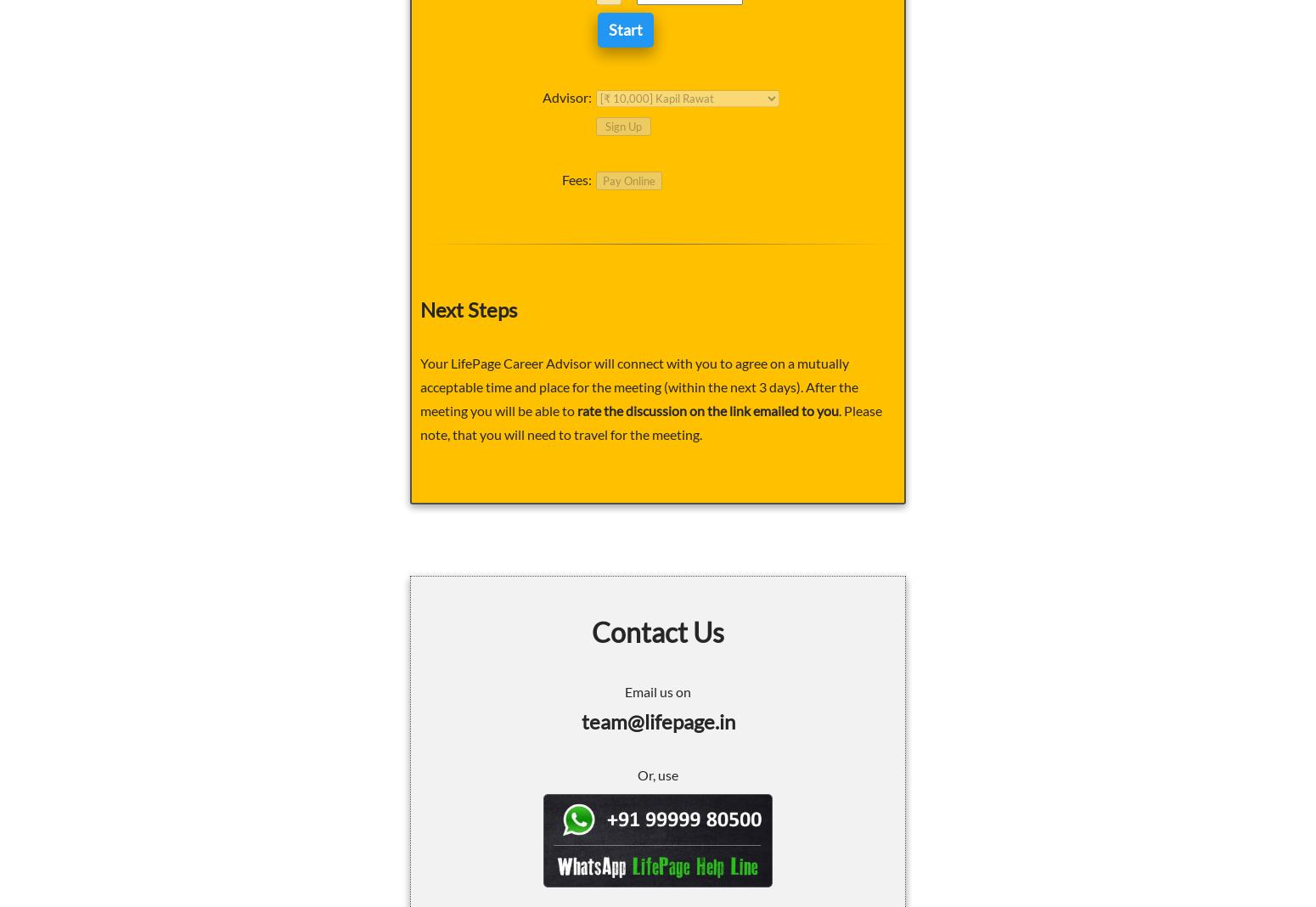 This screenshot has height=907, width=1316. What do you see at coordinates (658, 690) in the screenshot?
I see `'Email us on'` at bounding box center [658, 690].